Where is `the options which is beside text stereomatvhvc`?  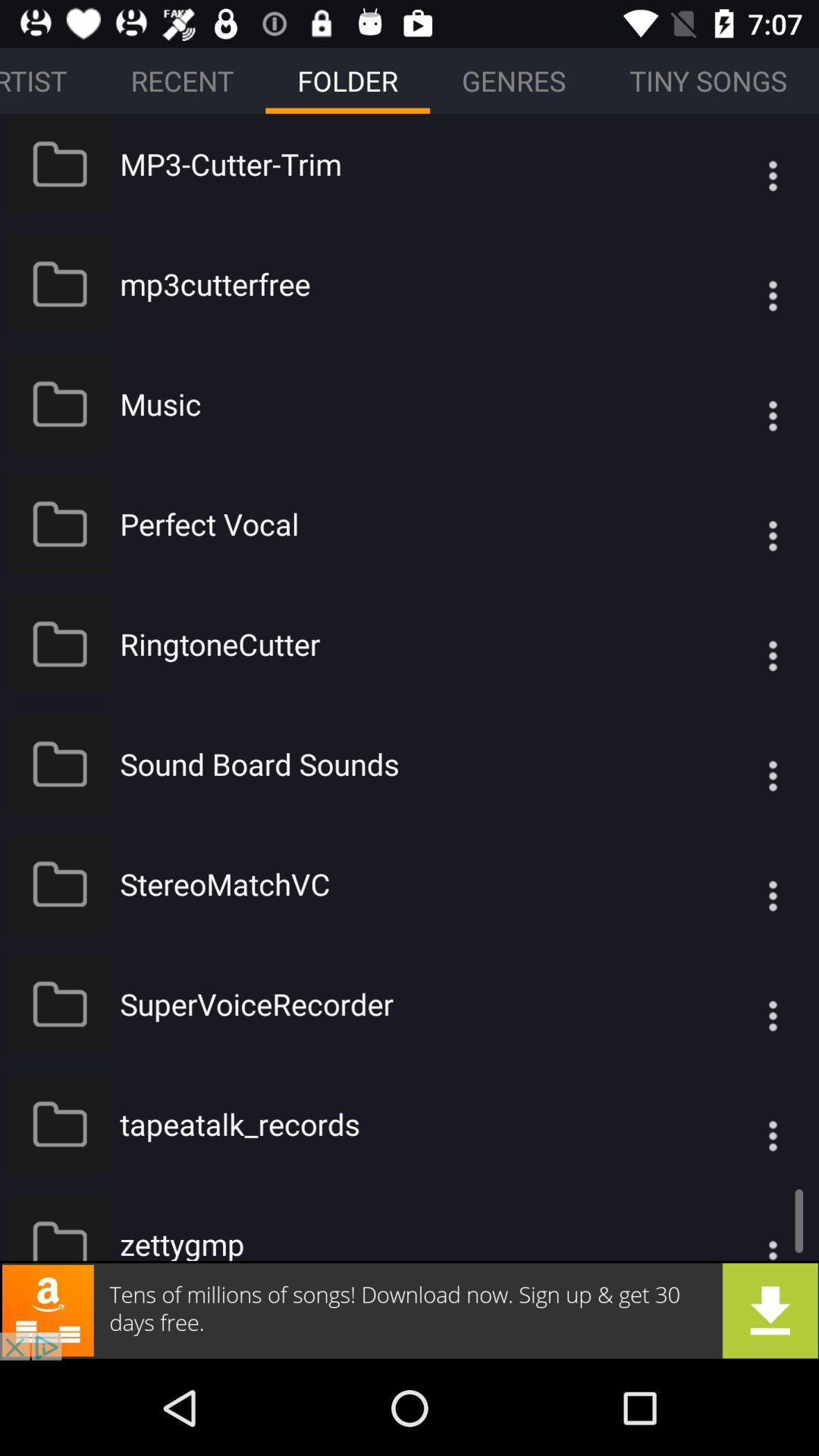 the options which is beside text stereomatvhvc is located at coordinates (742, 884).